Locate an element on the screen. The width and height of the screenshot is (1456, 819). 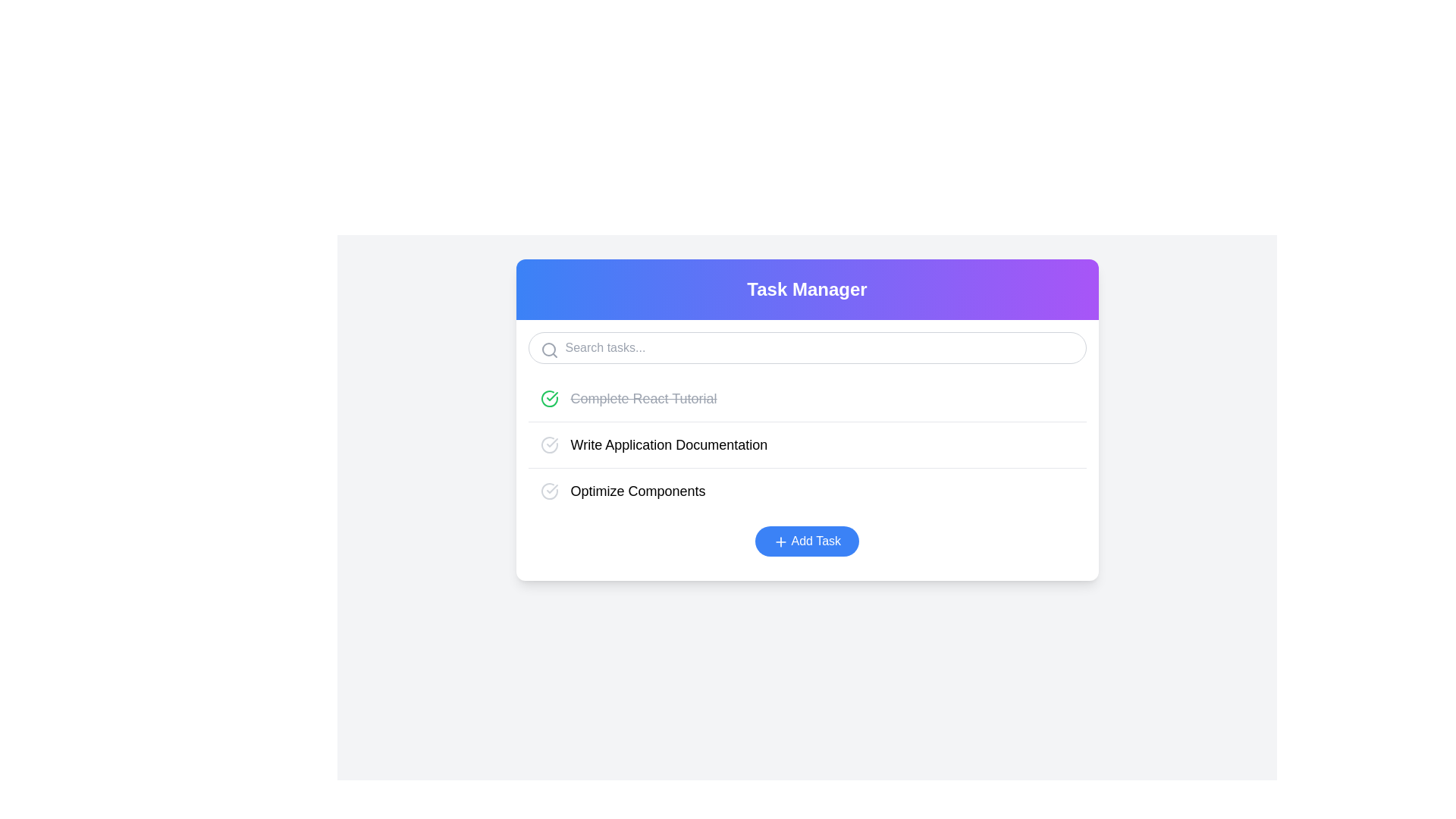
the text label indicating a completed task, which features a strikethrough style and is the first item in a vertical task list is located at coordinates (644, 397).